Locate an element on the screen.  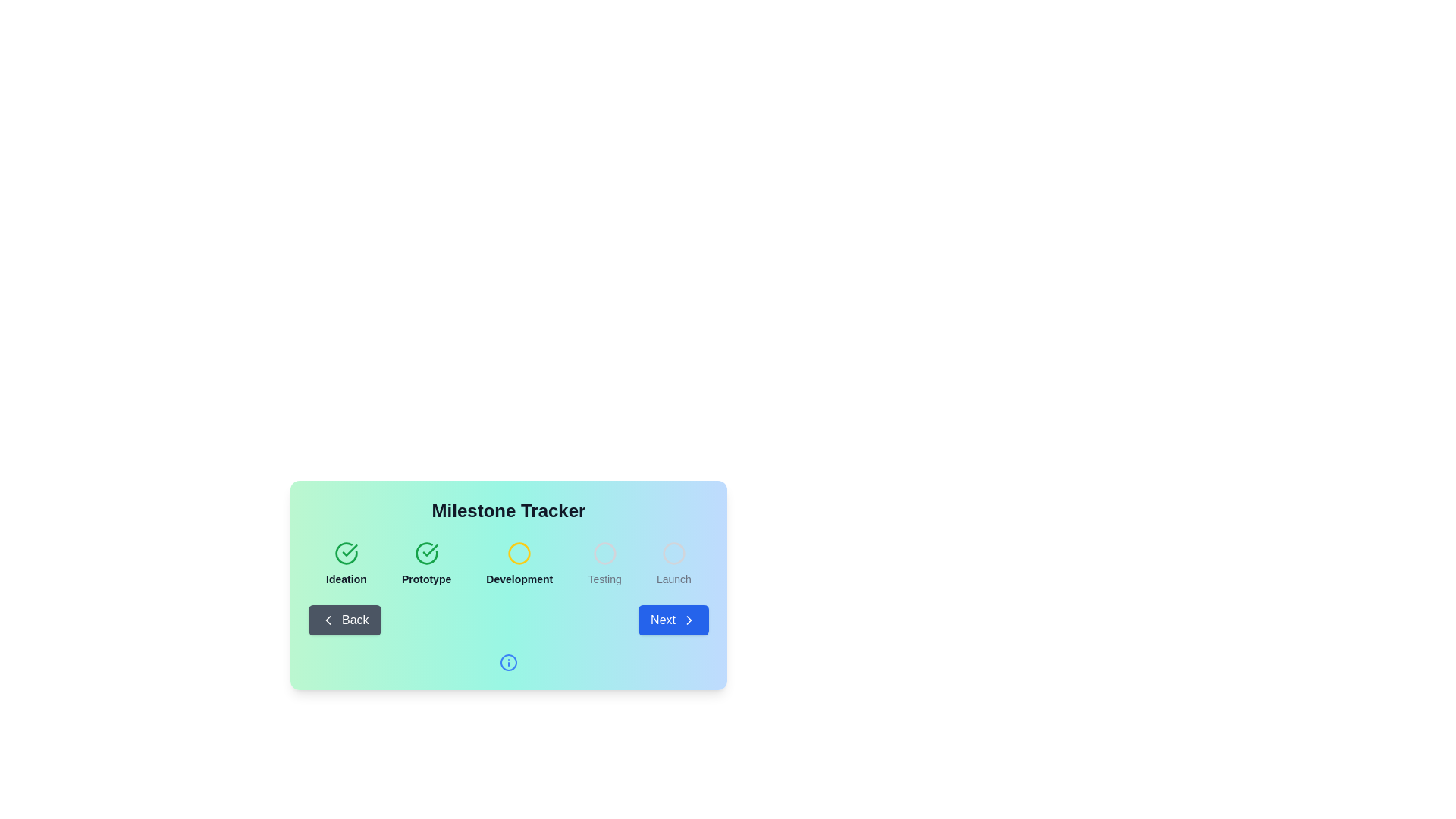
the labels of the Progress tracker is located at coordinates (509, 564).